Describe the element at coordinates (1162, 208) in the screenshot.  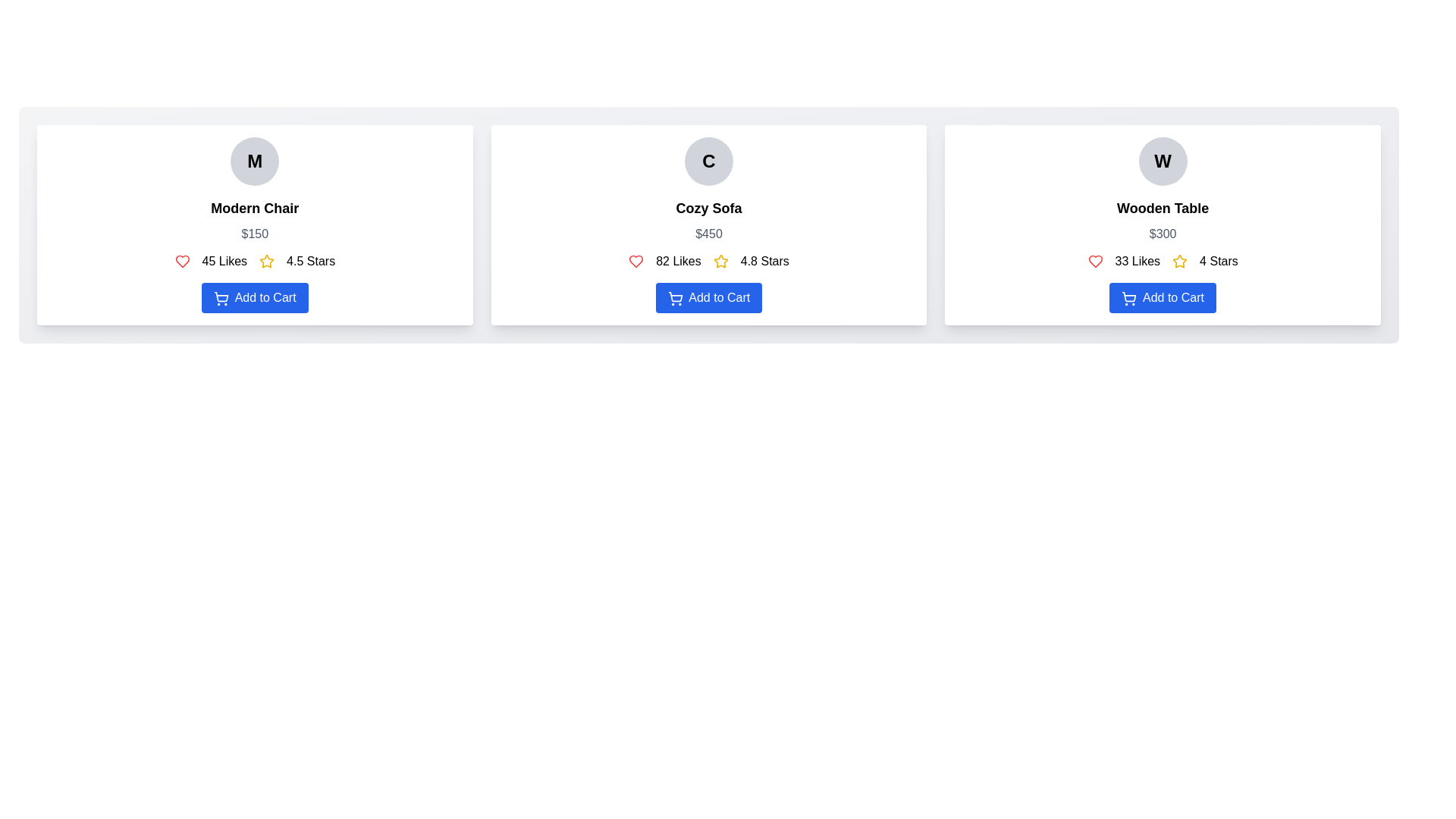
I see `text label 'Wooden Table' which is styled in bold and is located below a circular icon with the letter 'W' and above the price '$300' within the rightmost product card` at that location.